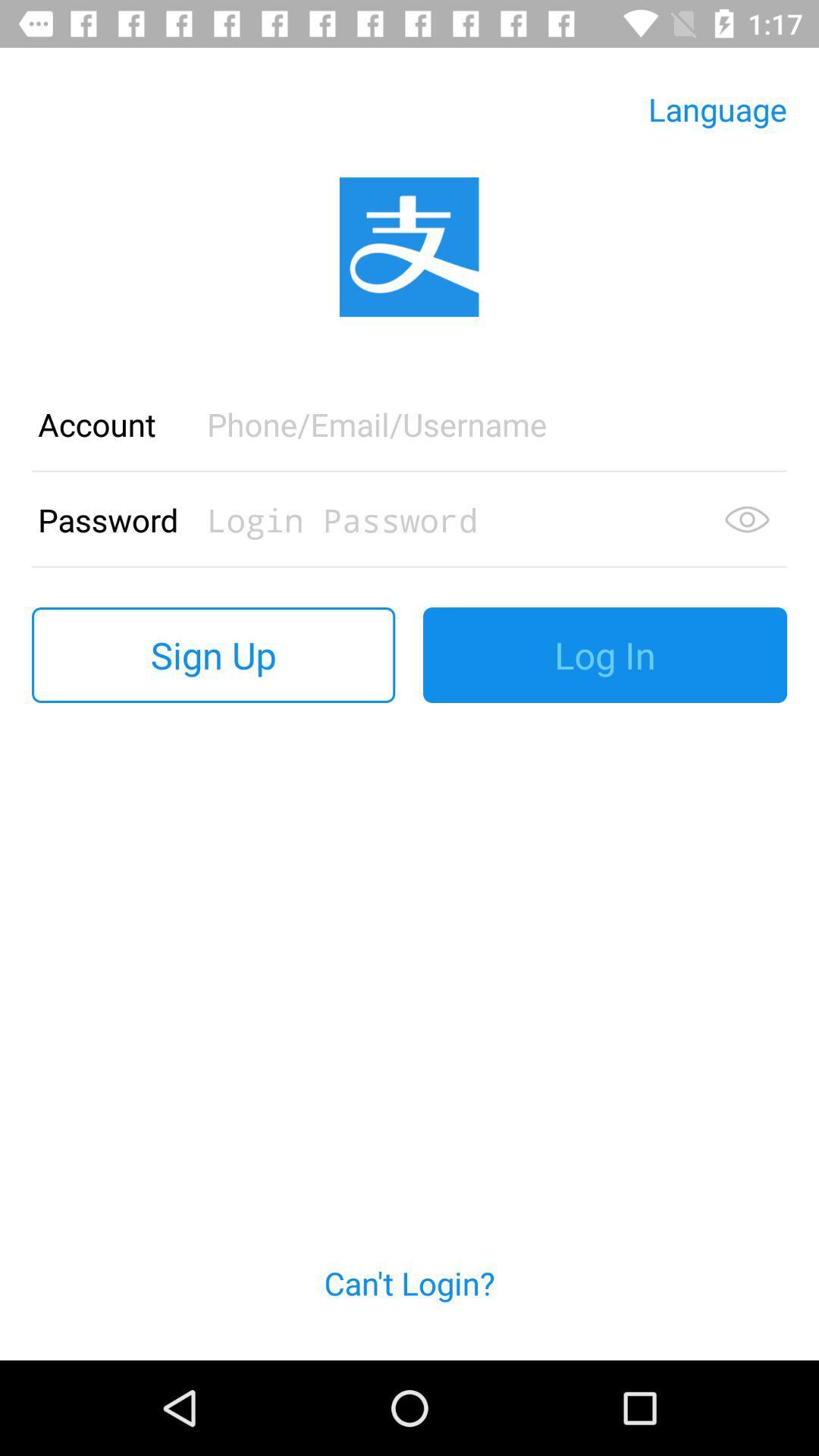 The height and width of the screenshot is (1456, 819). I want to click on the can't login? icon, so click(409, 1300).